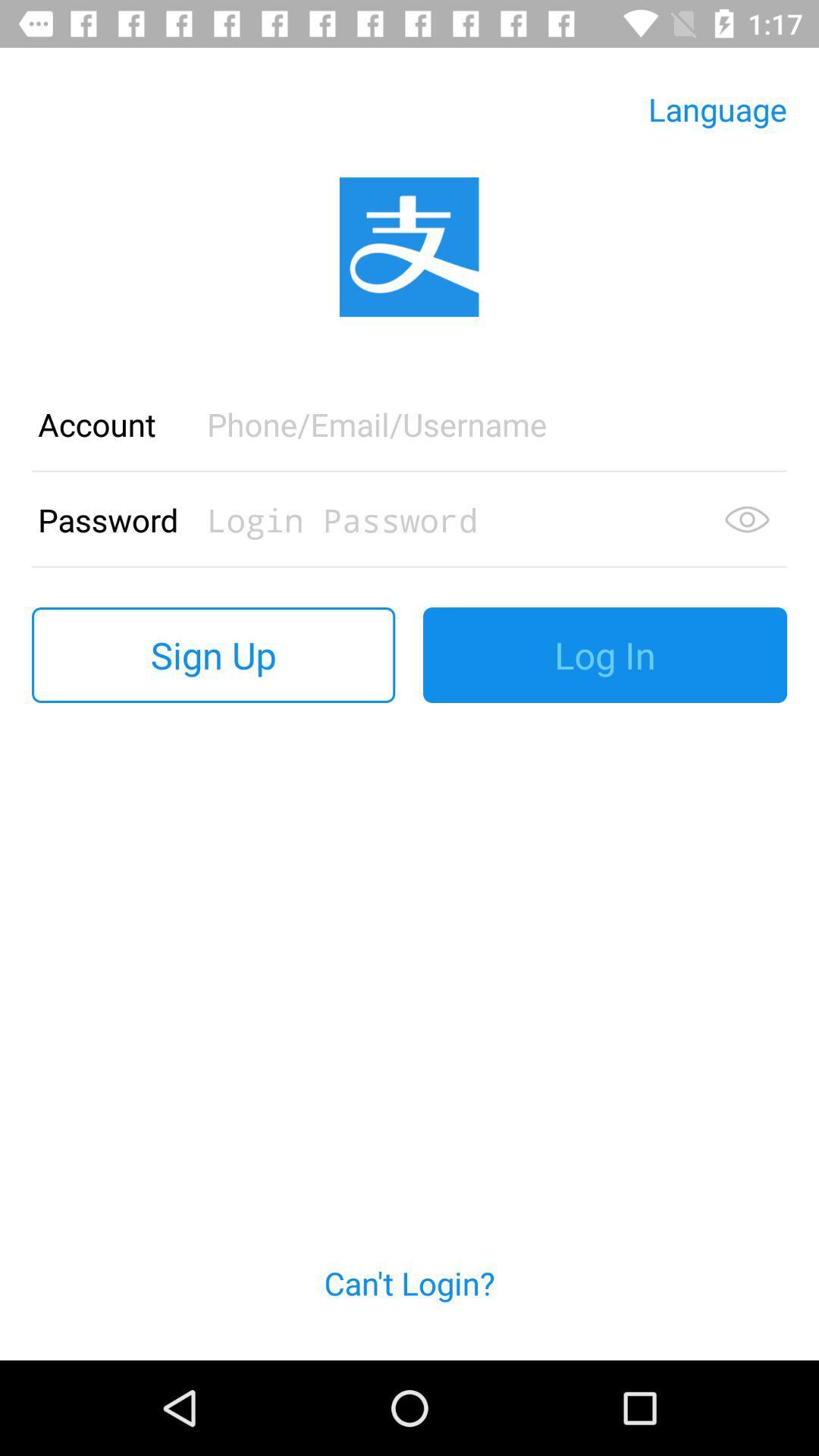 The height and width of the screenshot is (1456, 819). I want to click on the can't login? icon, so click(409, 1300).